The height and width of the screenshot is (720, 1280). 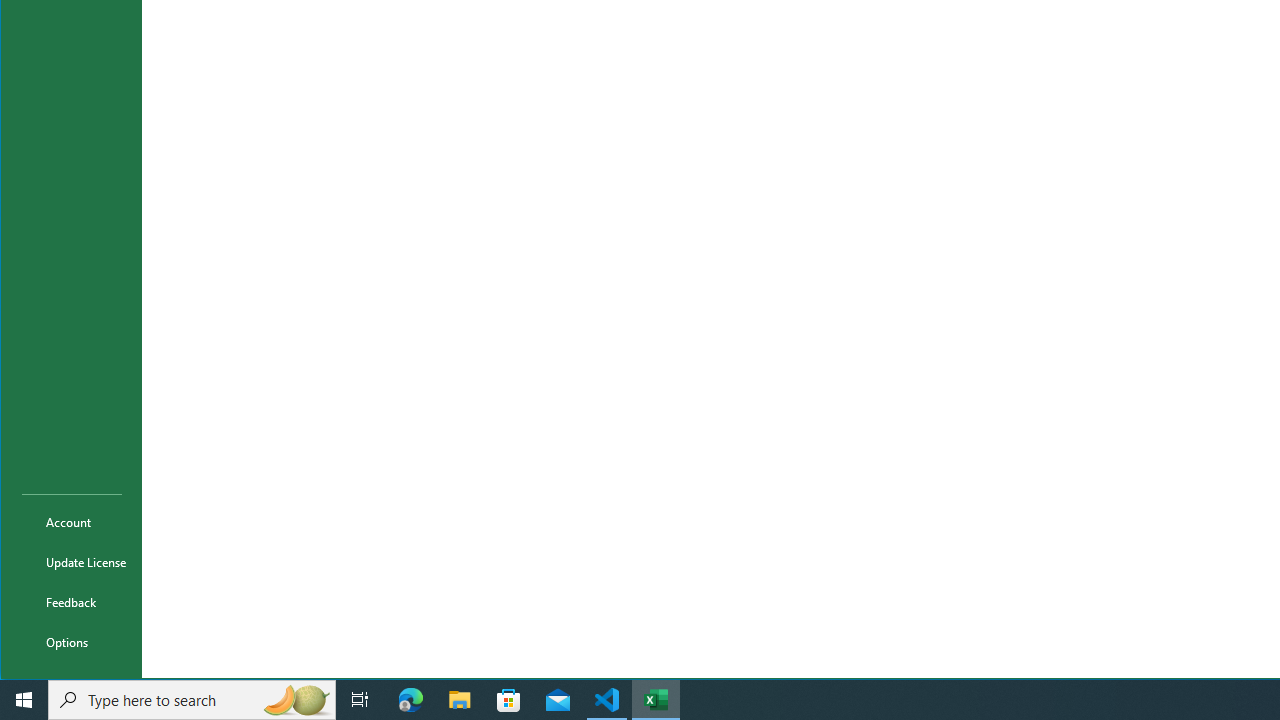 What do you see at coordinates (72, 641) in the screenshot?
I see `'Options'` at bounding box center [72, 641].